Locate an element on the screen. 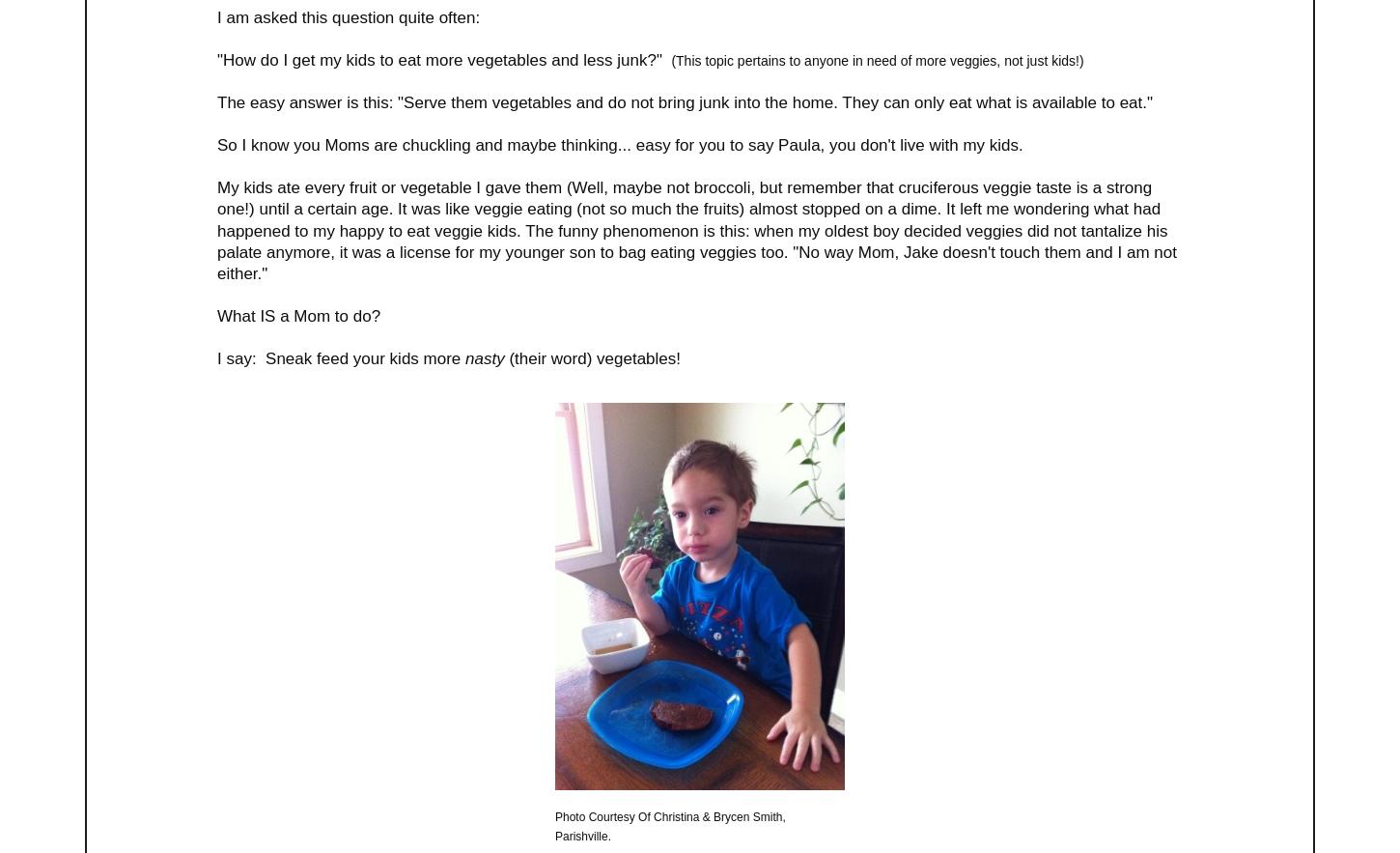 The width and height of the screenshot is (1400, 853). 'My kids ate every fruit or vegetable I gave them (Well, maybe not broccoli, but remember that cruciferous veggie taste is a strong one!) until a certain age. It was like veggie eating (not so much the fruits) almost stopped on a dime. It left me wondering what had happened to my happy to eat veggie kids. The funny phenomenon is this: when my oldest boy decided veggies did not tantalize his palate anymore, it was a license for my younger son to bag eating veggies too. "No way Mom, Jake doesn't touch them and I am not either."' is located at coordinates (695, 230).